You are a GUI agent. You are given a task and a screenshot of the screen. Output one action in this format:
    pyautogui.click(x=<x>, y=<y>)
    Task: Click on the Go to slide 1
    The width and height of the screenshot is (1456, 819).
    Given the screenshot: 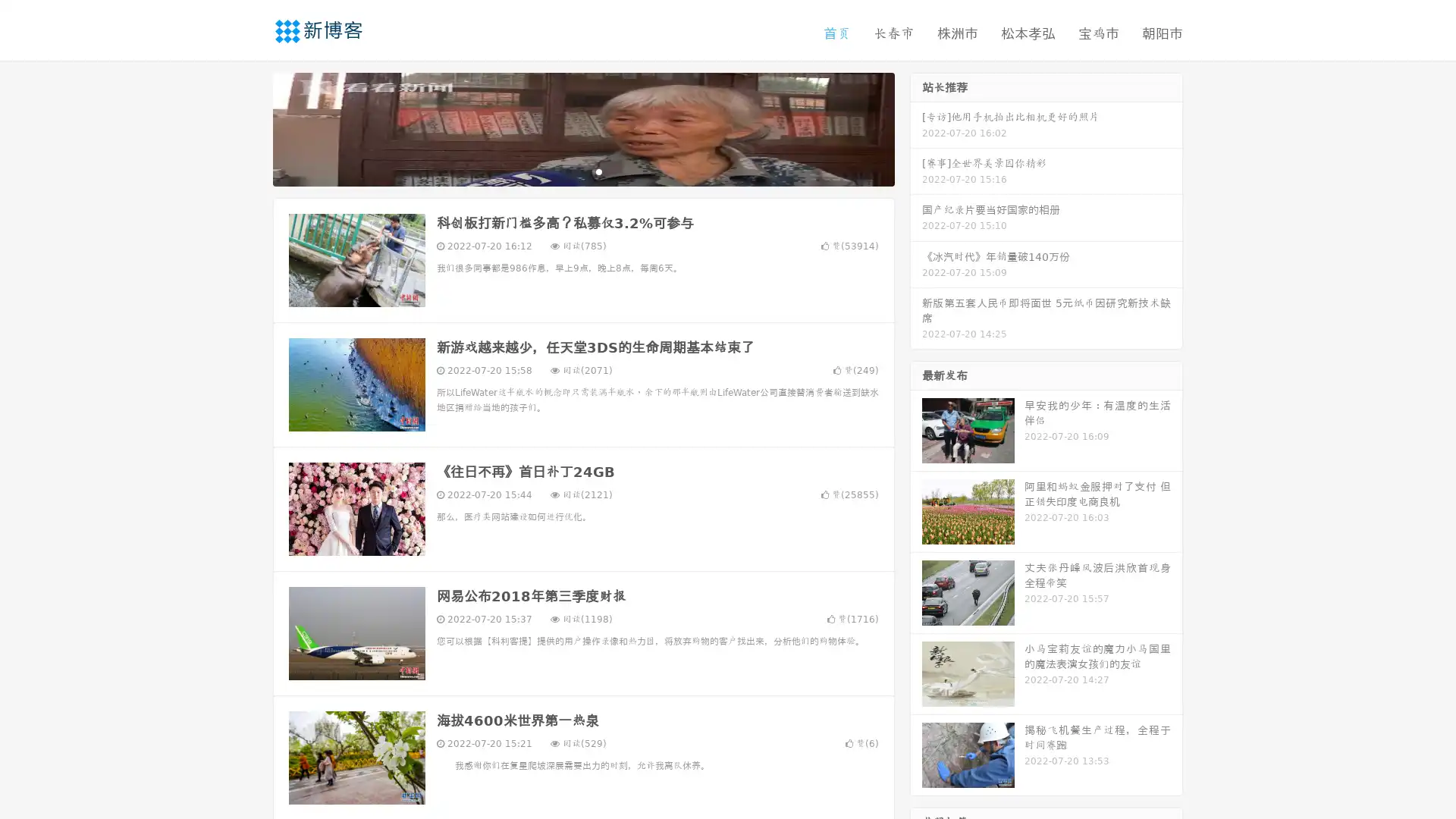 What is the action you would take?
    pyautogui.click(x=567, y=171)
    